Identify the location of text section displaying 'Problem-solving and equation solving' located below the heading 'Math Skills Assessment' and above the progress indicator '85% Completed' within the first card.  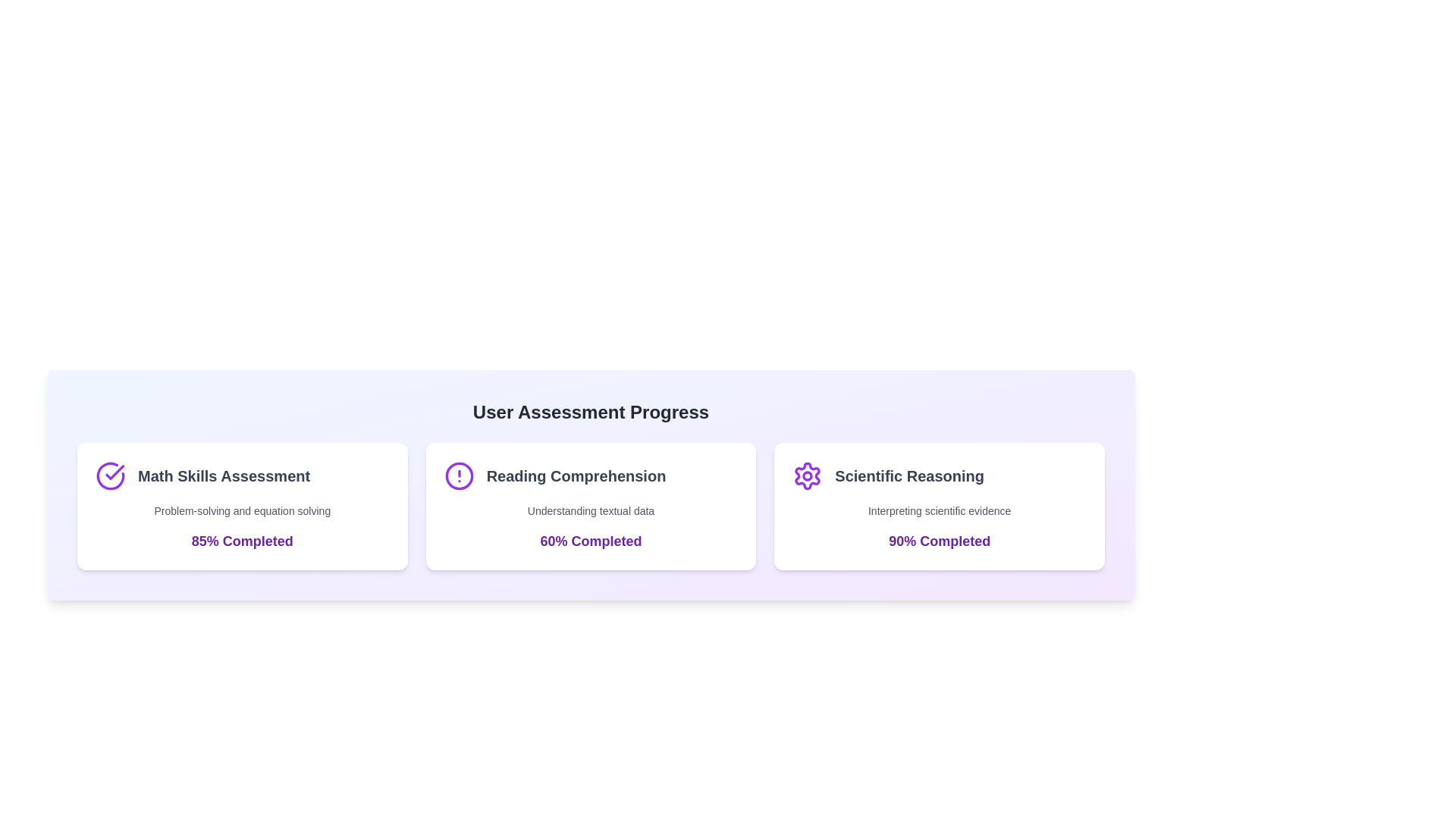
(241, 511).